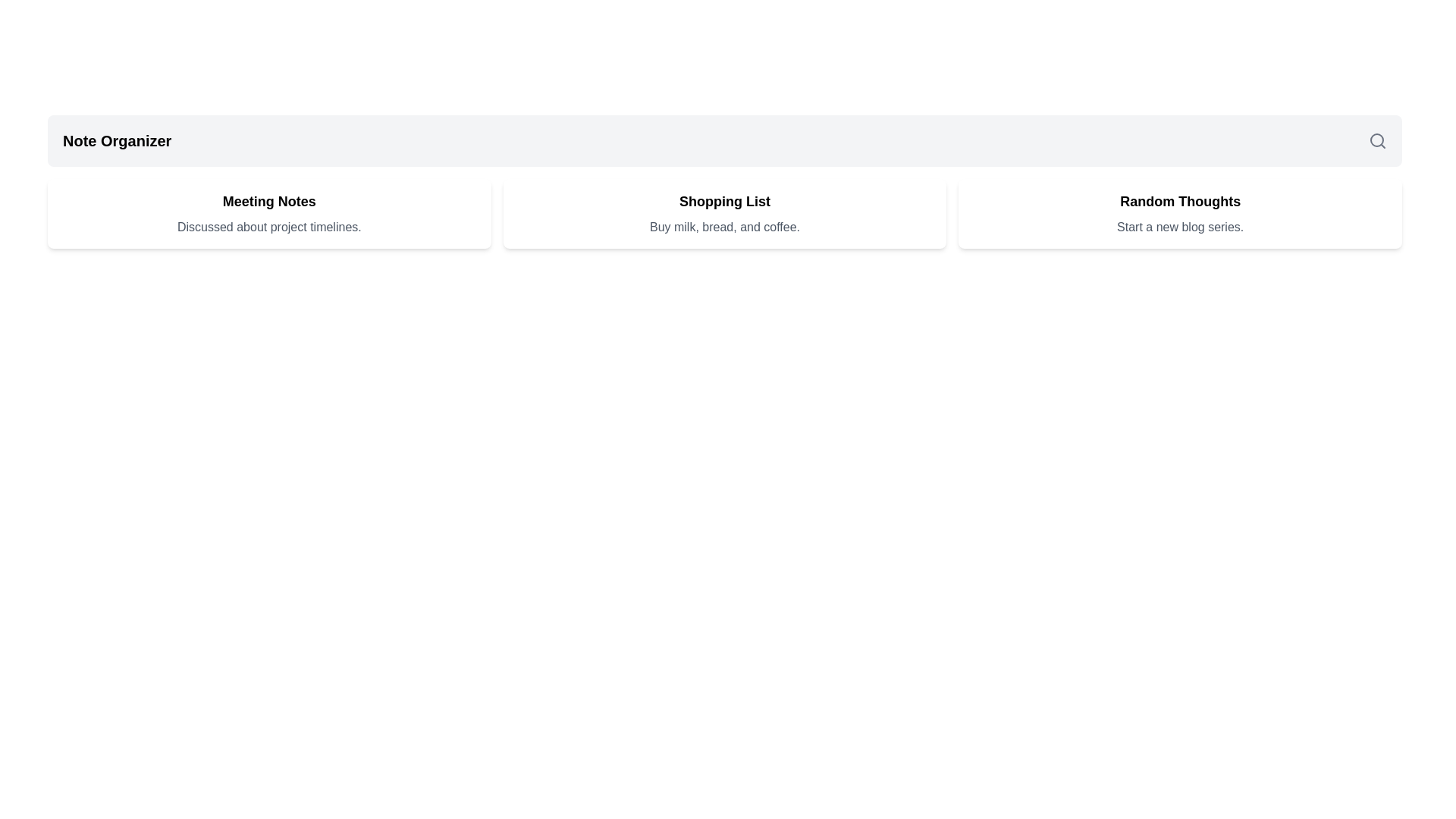 The image size is (1456, 819). I want to click on the circular part of the magnifying glass icon located at the top-right corner of the interface, which is represented by an SVG Circle Element, so click(1376, 140).